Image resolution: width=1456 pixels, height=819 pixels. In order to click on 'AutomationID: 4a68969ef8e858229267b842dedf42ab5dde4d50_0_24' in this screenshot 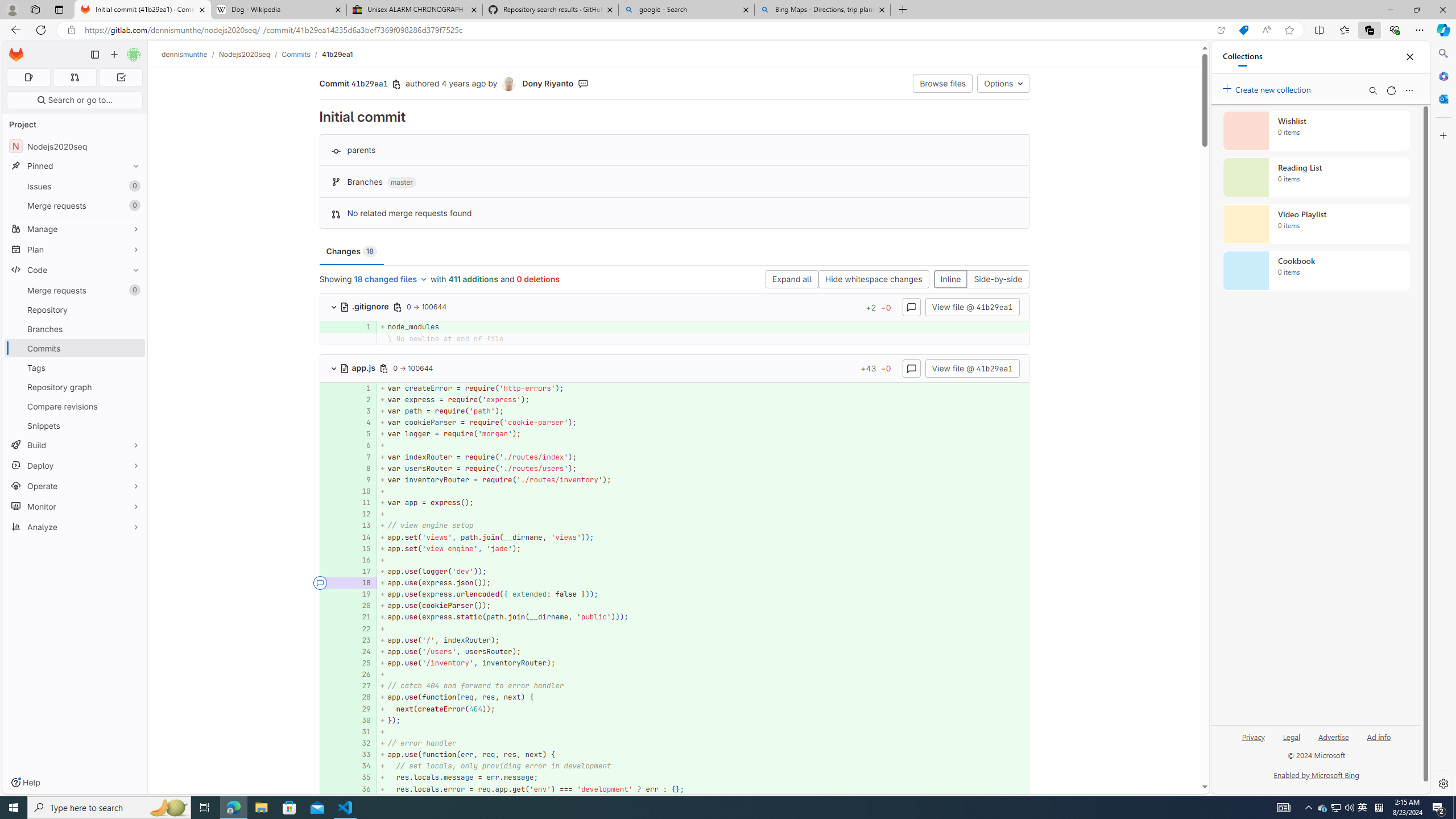, I will do `click(675, 651)`.